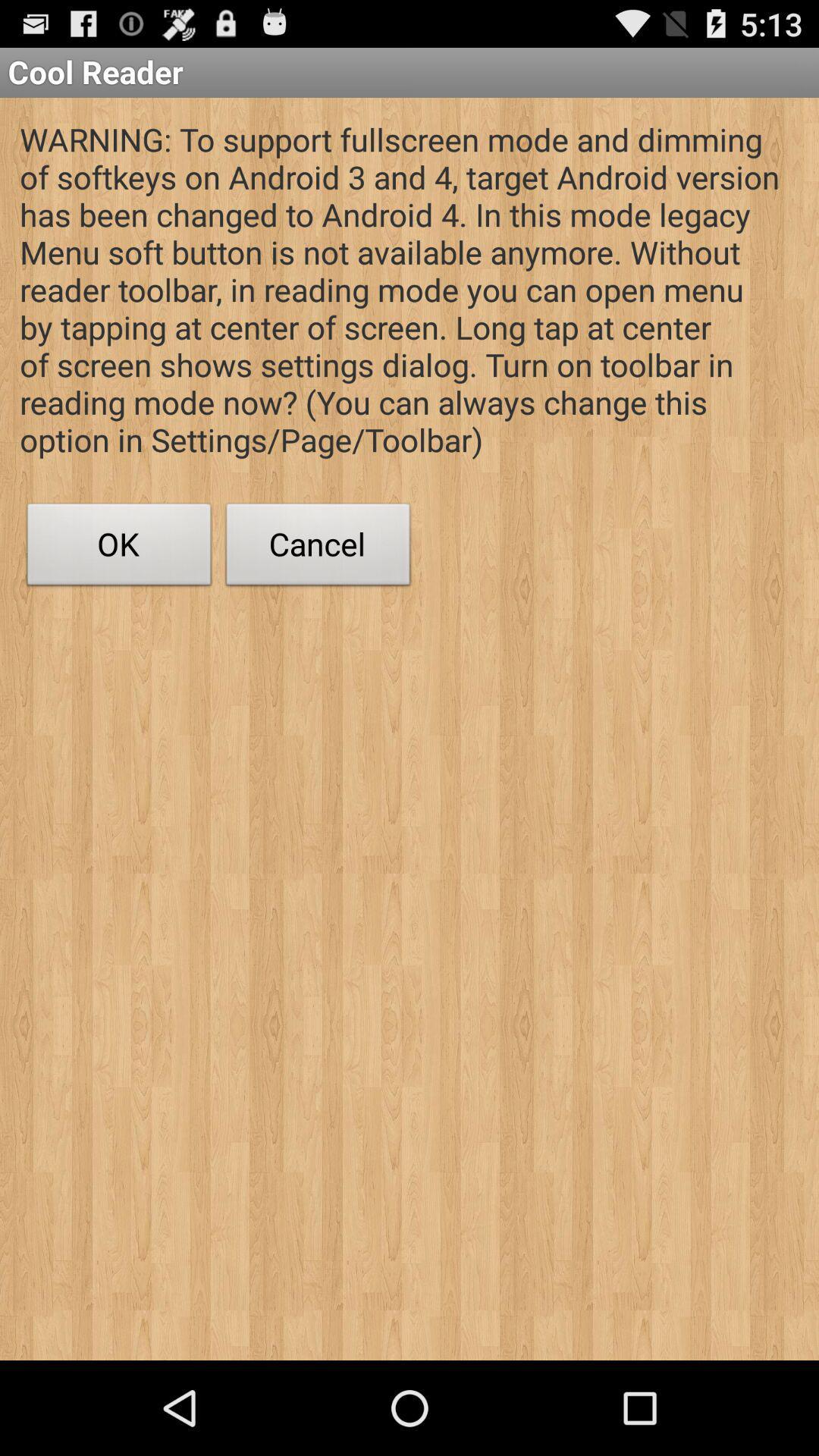  I want to click on ok item, so click(118, 548).